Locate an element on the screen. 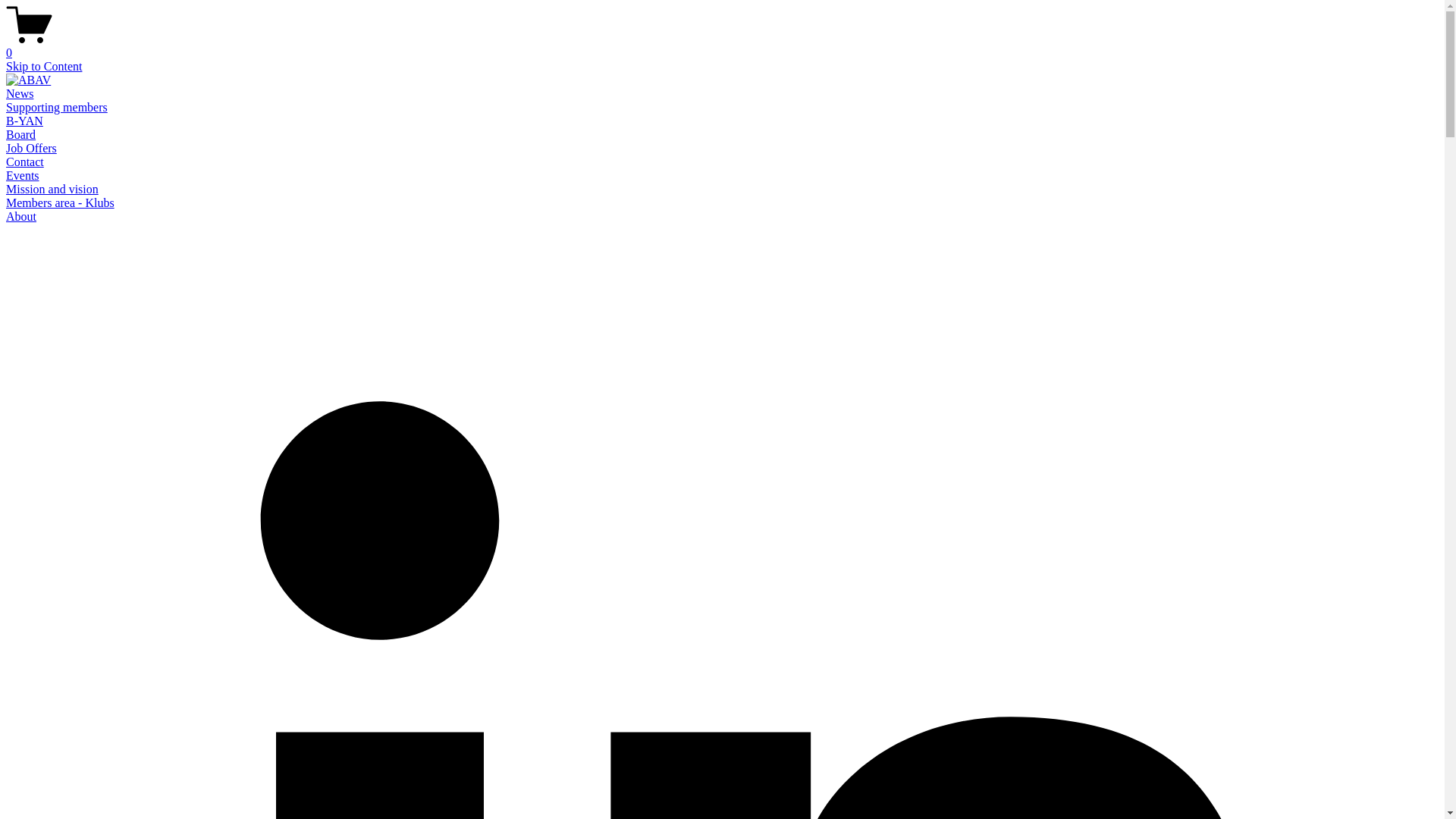 This screenshot has height=819, width=1456. '0' is located at coordinates (6, 45).